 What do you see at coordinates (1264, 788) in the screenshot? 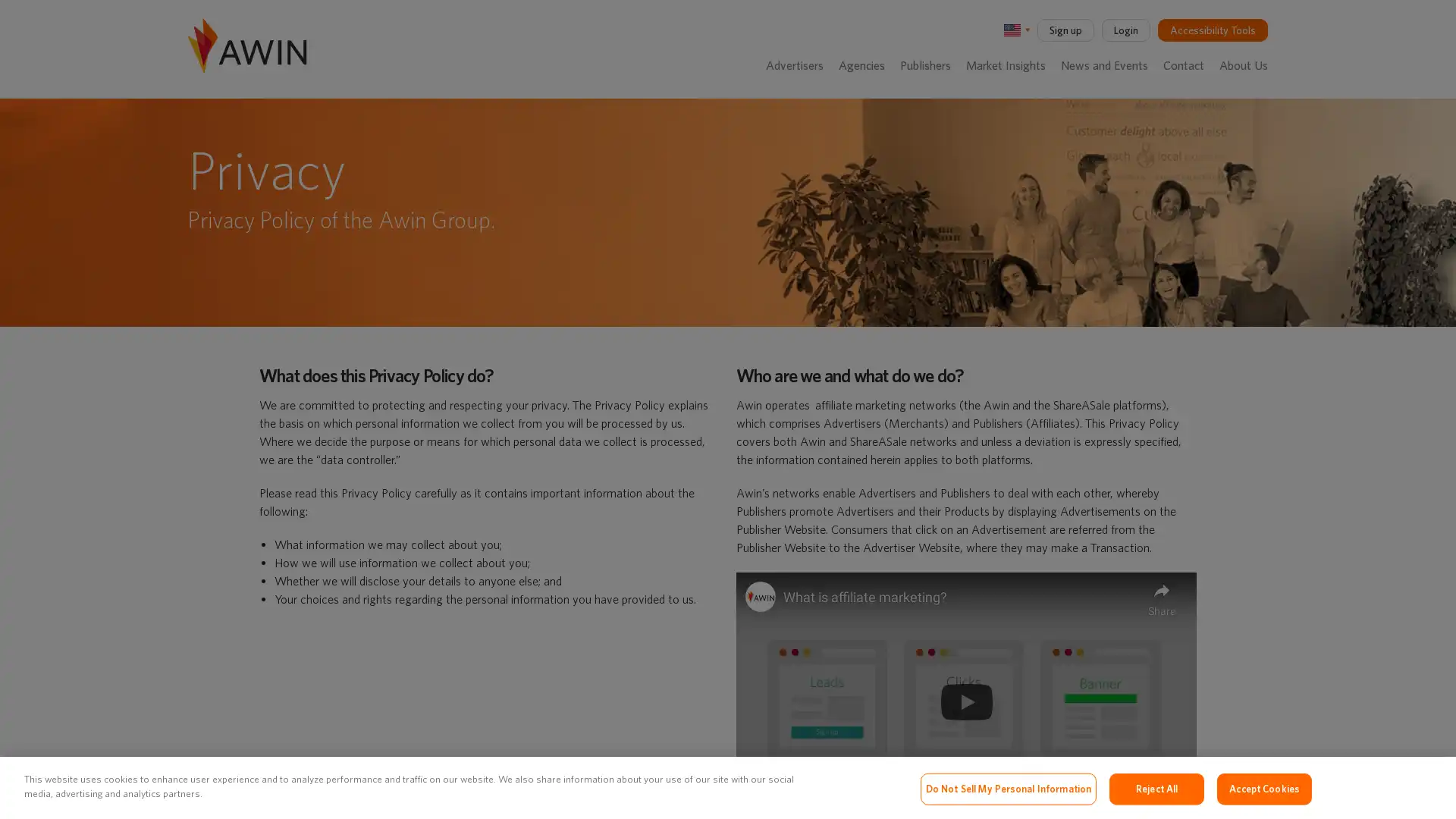
I see `Accept Cookies` at bounding box center [1264, 788].